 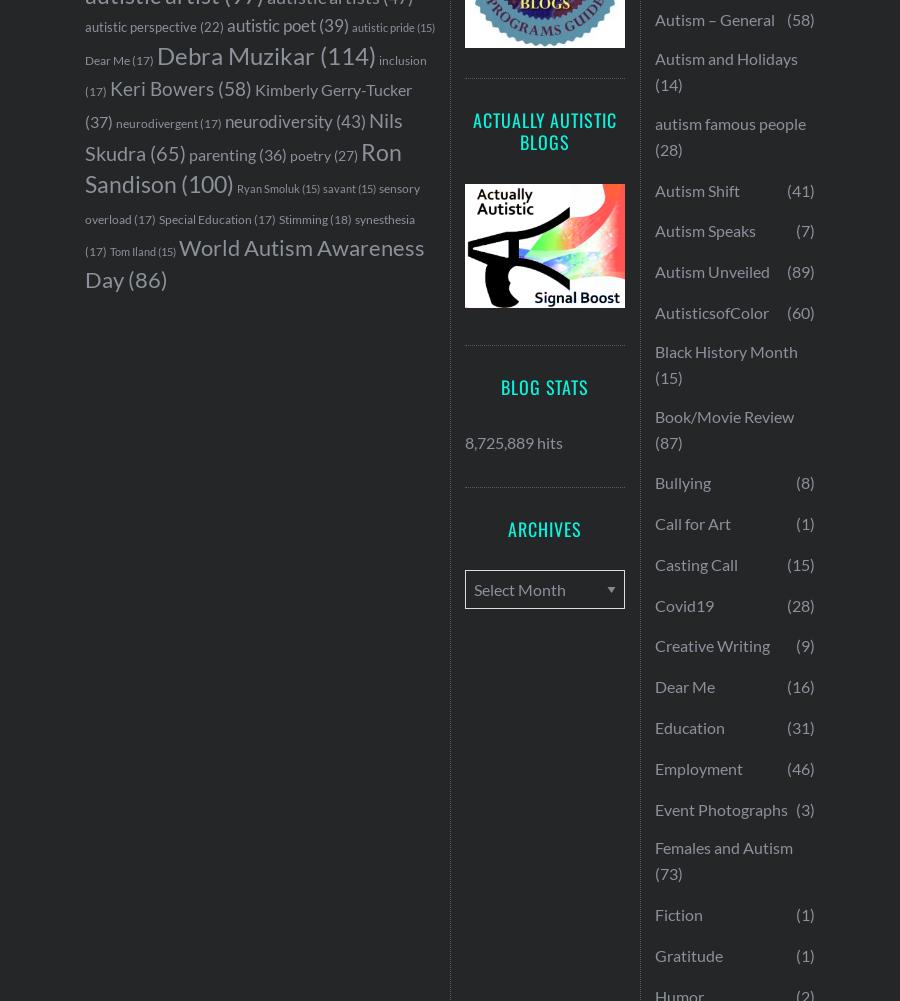 I want to click on '(36)', so click(x=270, y=154).